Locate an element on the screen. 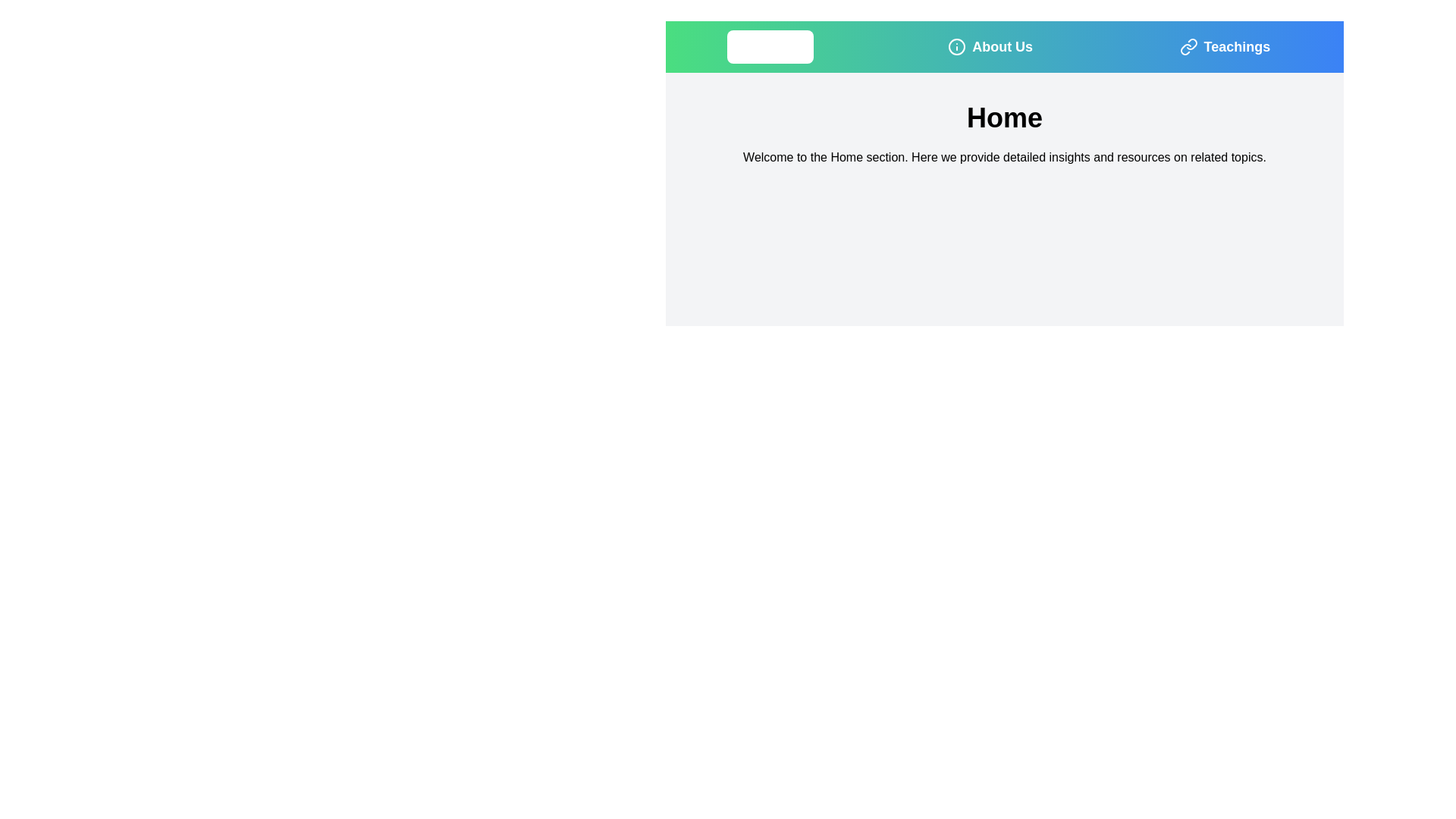 The width and height of the screenshot is (1456, 819). the 'Teachings' navigation link styled as a button with a blue background for keyboard navigation is located at coordinates (1225, 45).